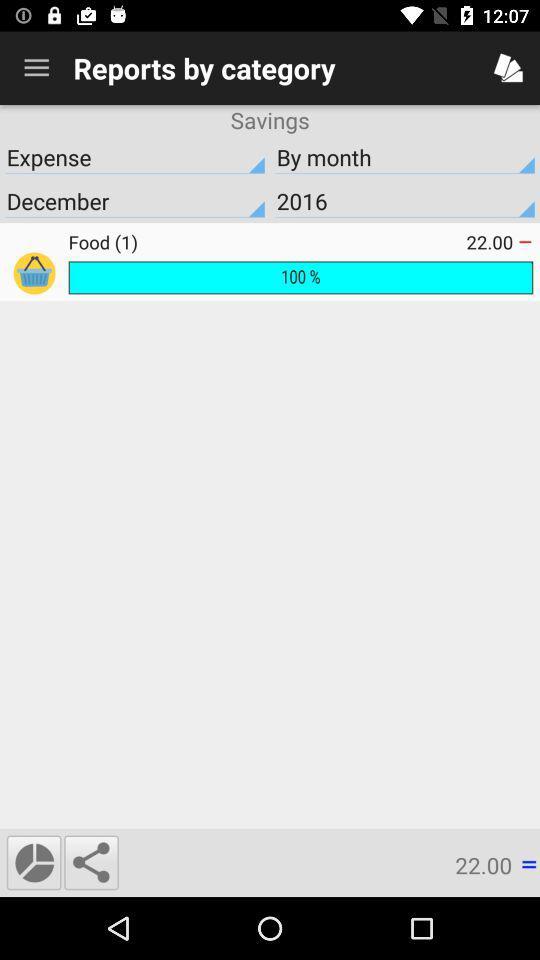 Image resolution: width=540 pixels, height=960 pixels. Describe the element at coordinates (299, 276) in the screenshot. I see `the icon below food (1)` at that location.